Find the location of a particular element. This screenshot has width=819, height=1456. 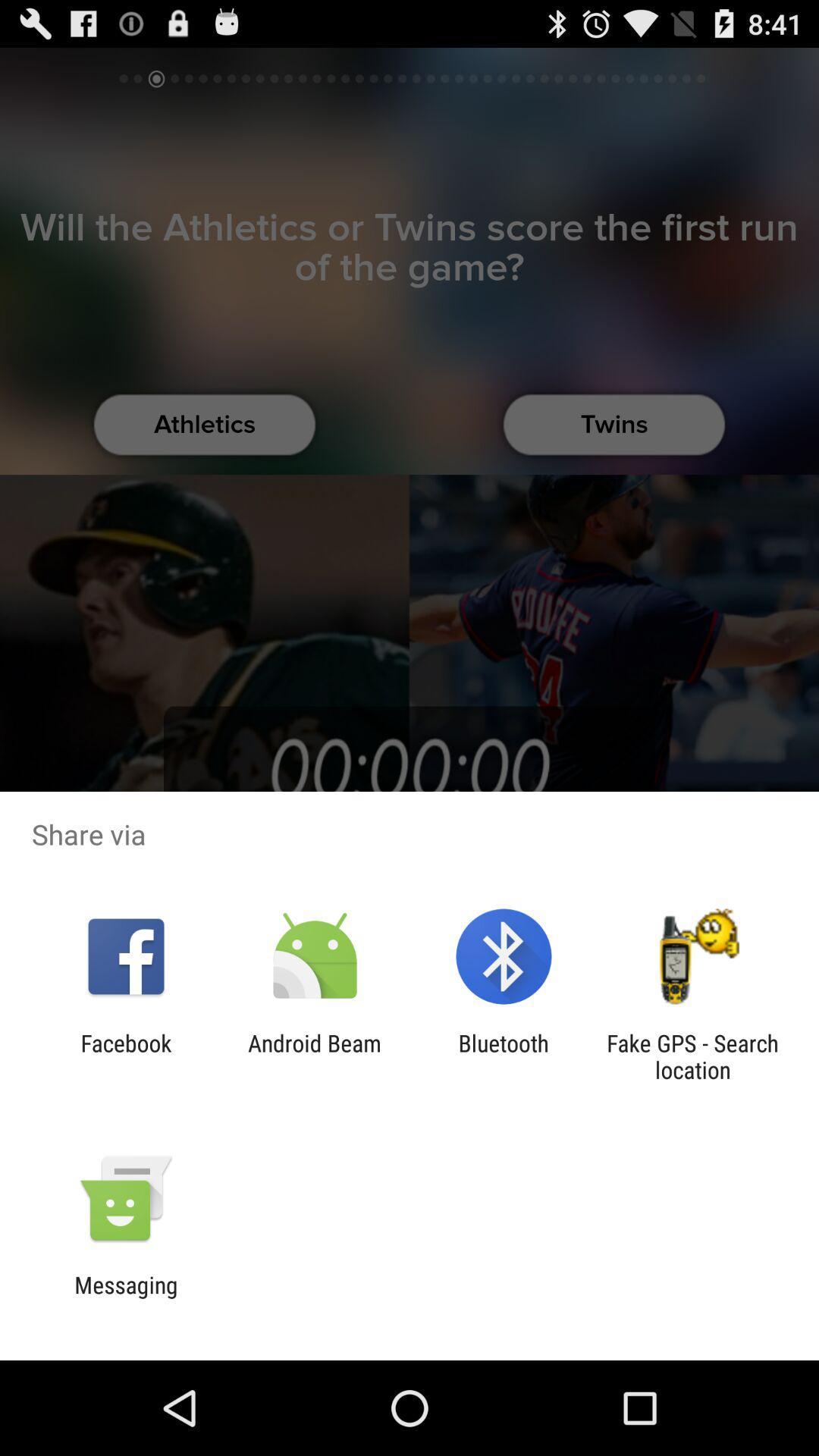

icon next to the android beam is located at coordinates (125, 1056).